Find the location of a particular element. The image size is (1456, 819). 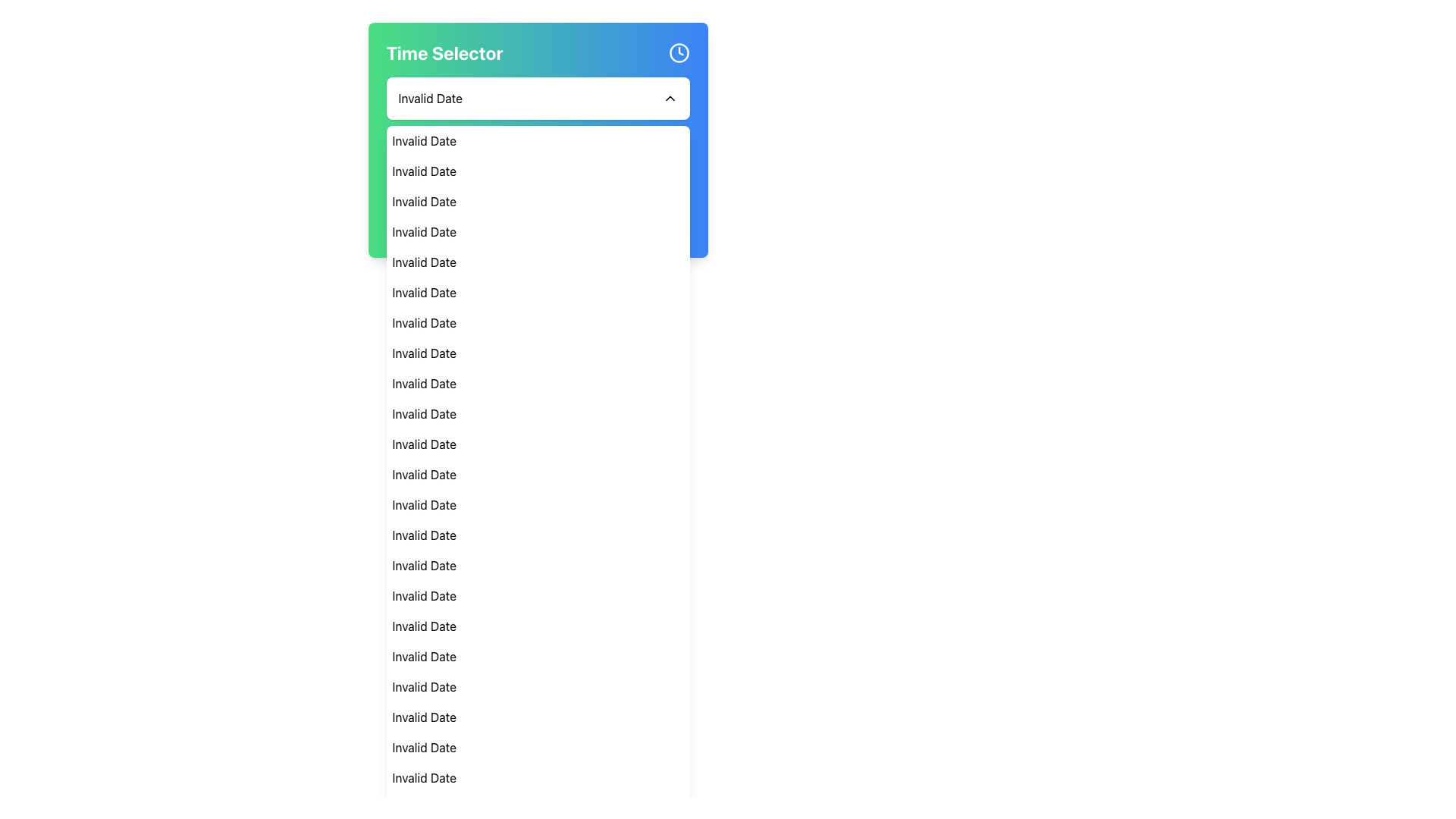

the selectable list item displaying 'Invalid Date' in the dropdown menu is located at coordinates (538, 292).